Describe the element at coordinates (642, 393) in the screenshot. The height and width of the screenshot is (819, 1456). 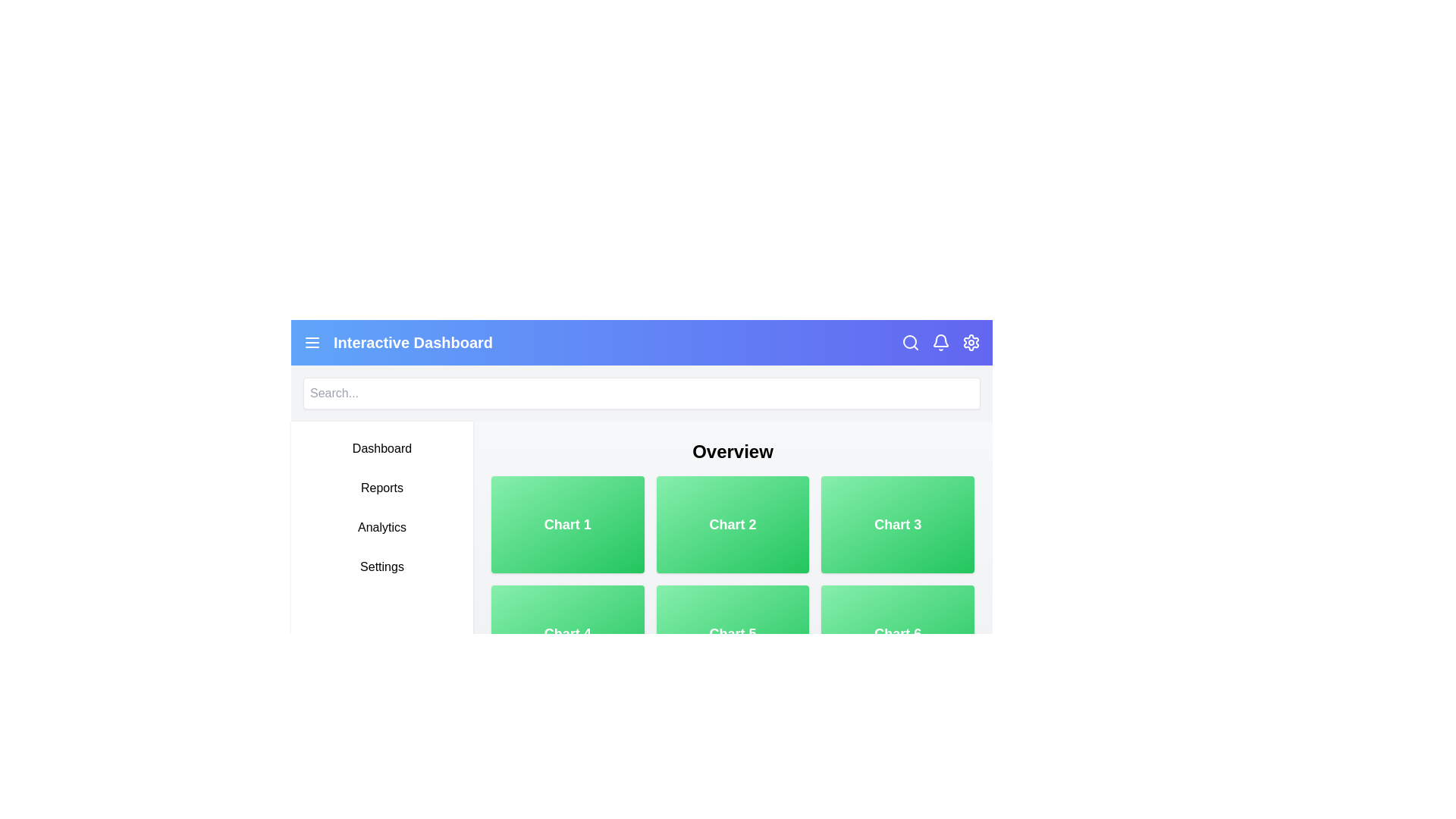
I see `the search input field and type the text 'example'` at that location.